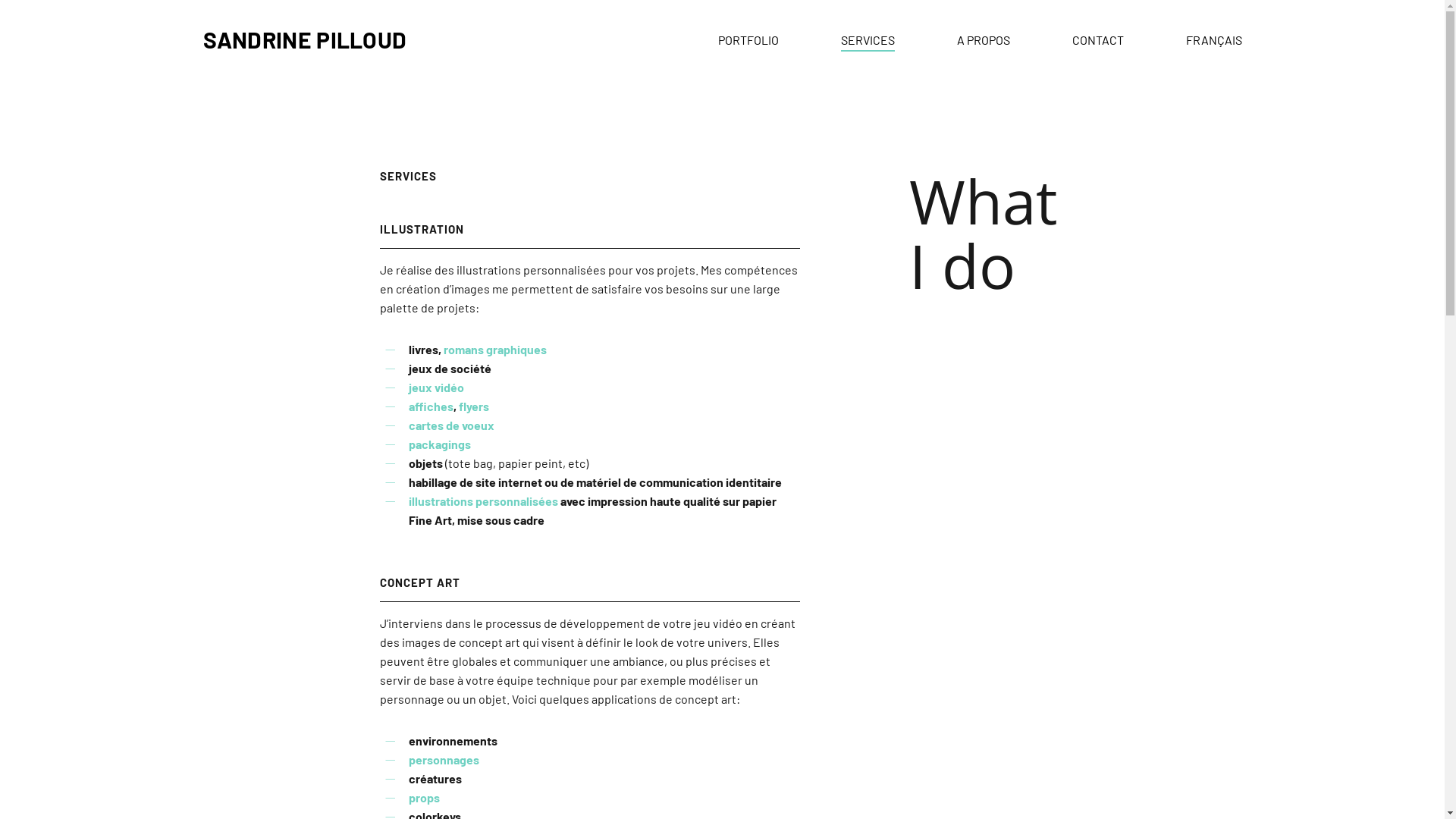 This screenshot has width=1456, height=819. I want to click on 'personnages', so click(443, 759).